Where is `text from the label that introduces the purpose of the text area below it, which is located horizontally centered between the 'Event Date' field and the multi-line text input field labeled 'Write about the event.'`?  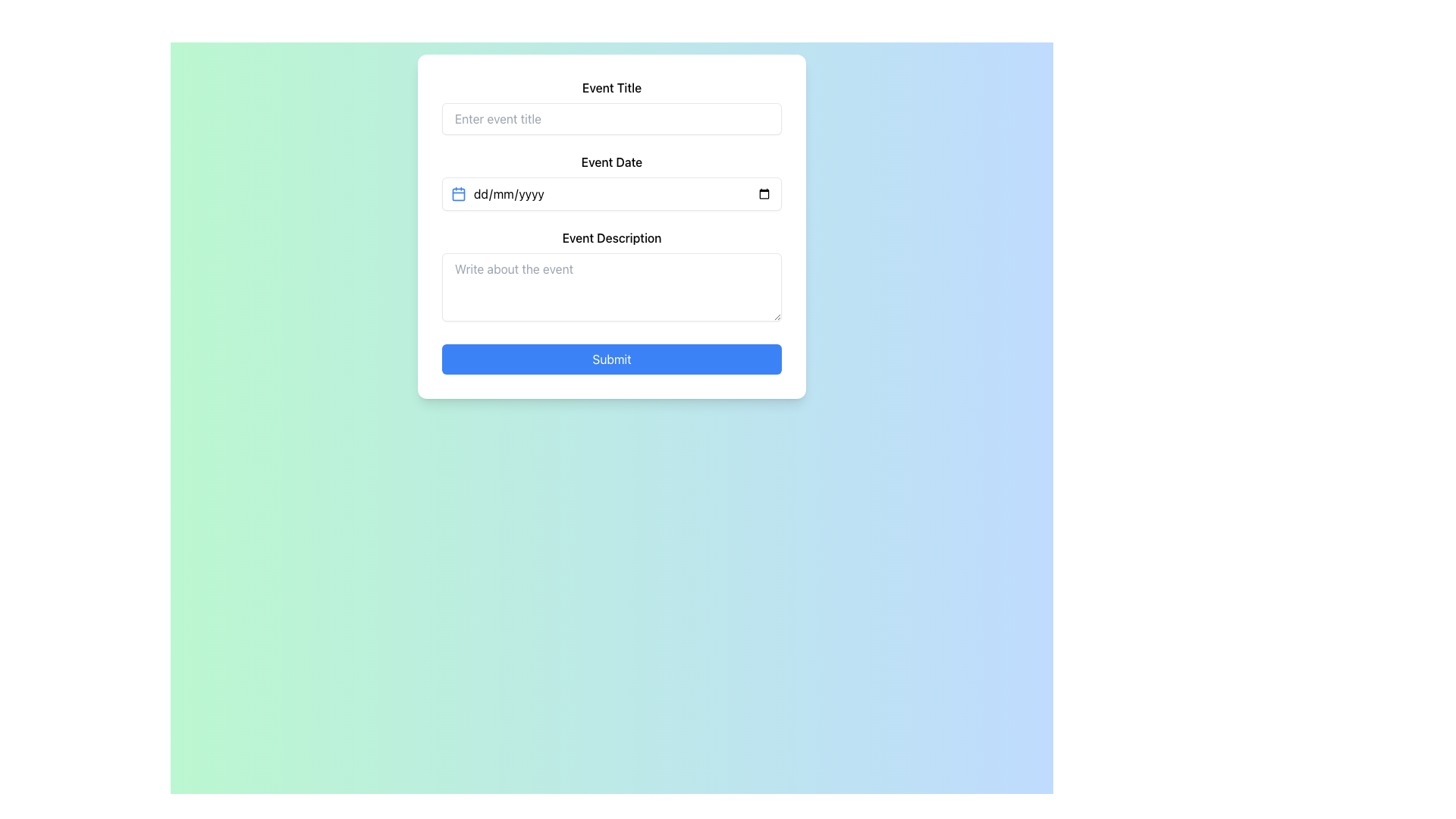
text from the label that introduces the purpose of the text area below it, which is located horizontally centered between the 'Event Date' field and the multi-line text input field labeled 'Write about the event.' is located at coordinates (611, 237).